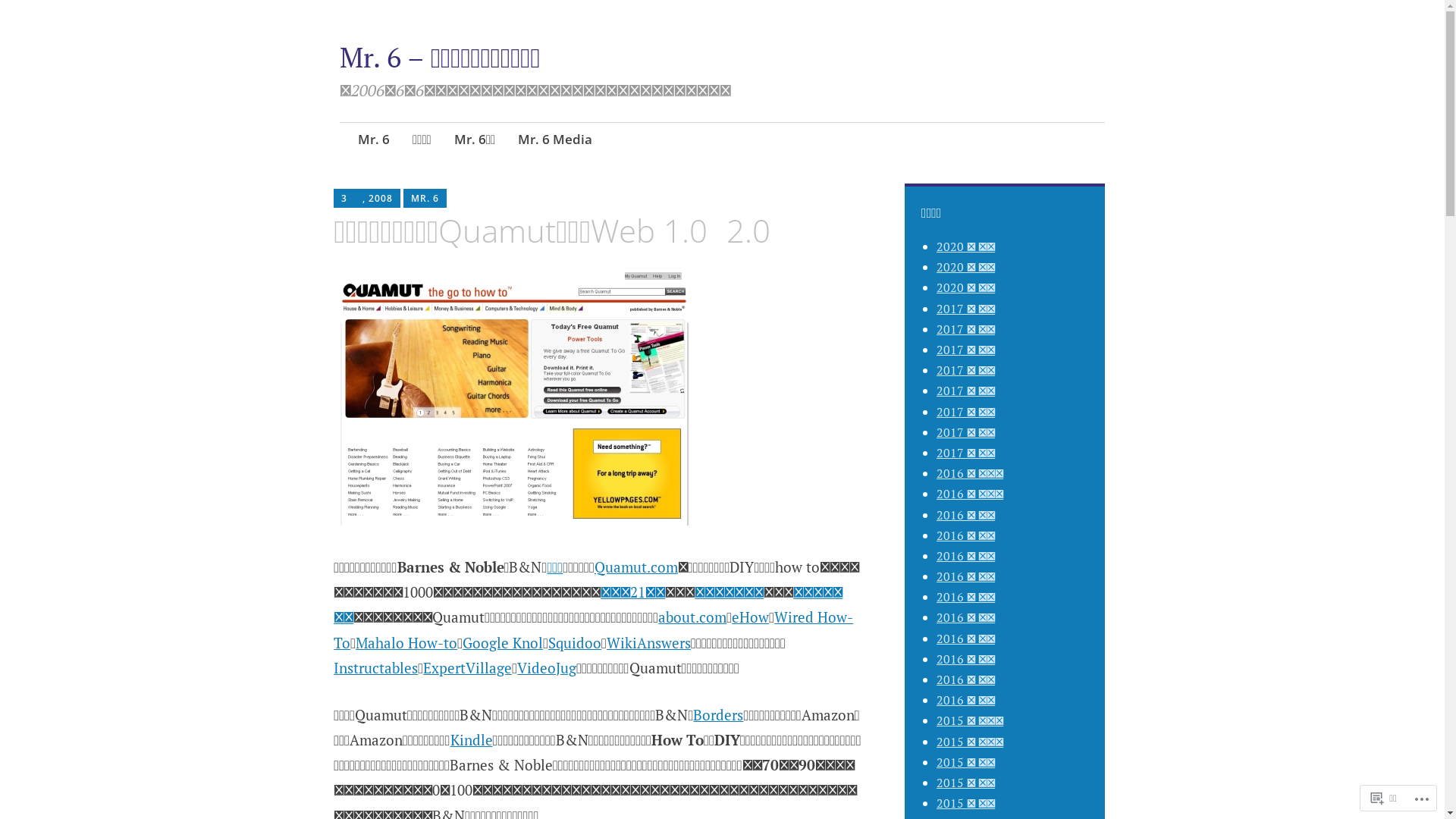  I want to click on 'MR. 6', so click(411, 197).